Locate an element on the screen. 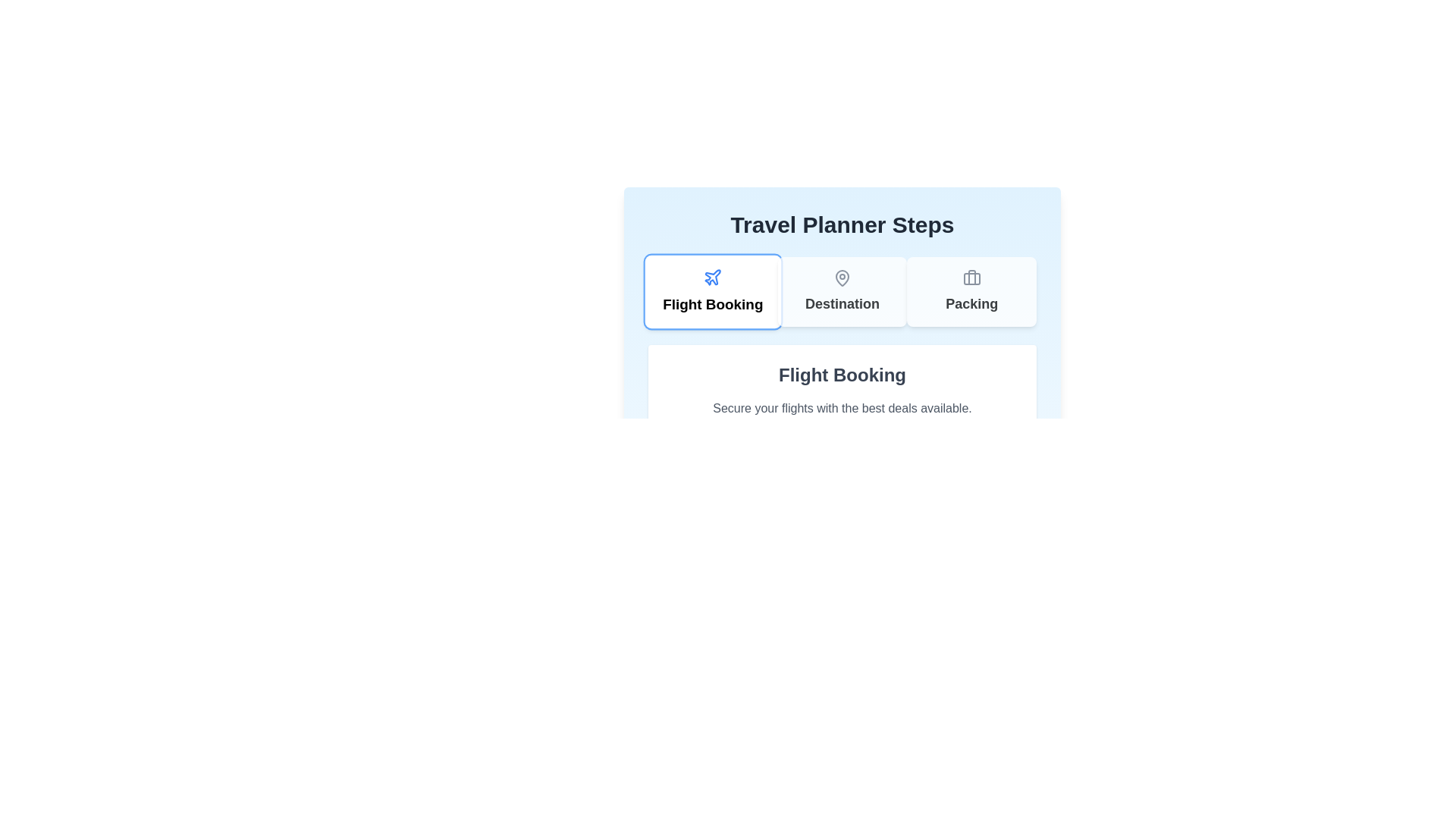  the decorative briefcase side frame icon located in the 'Packing' tab, which enhances the design theme is located at coordinates (971, 278).